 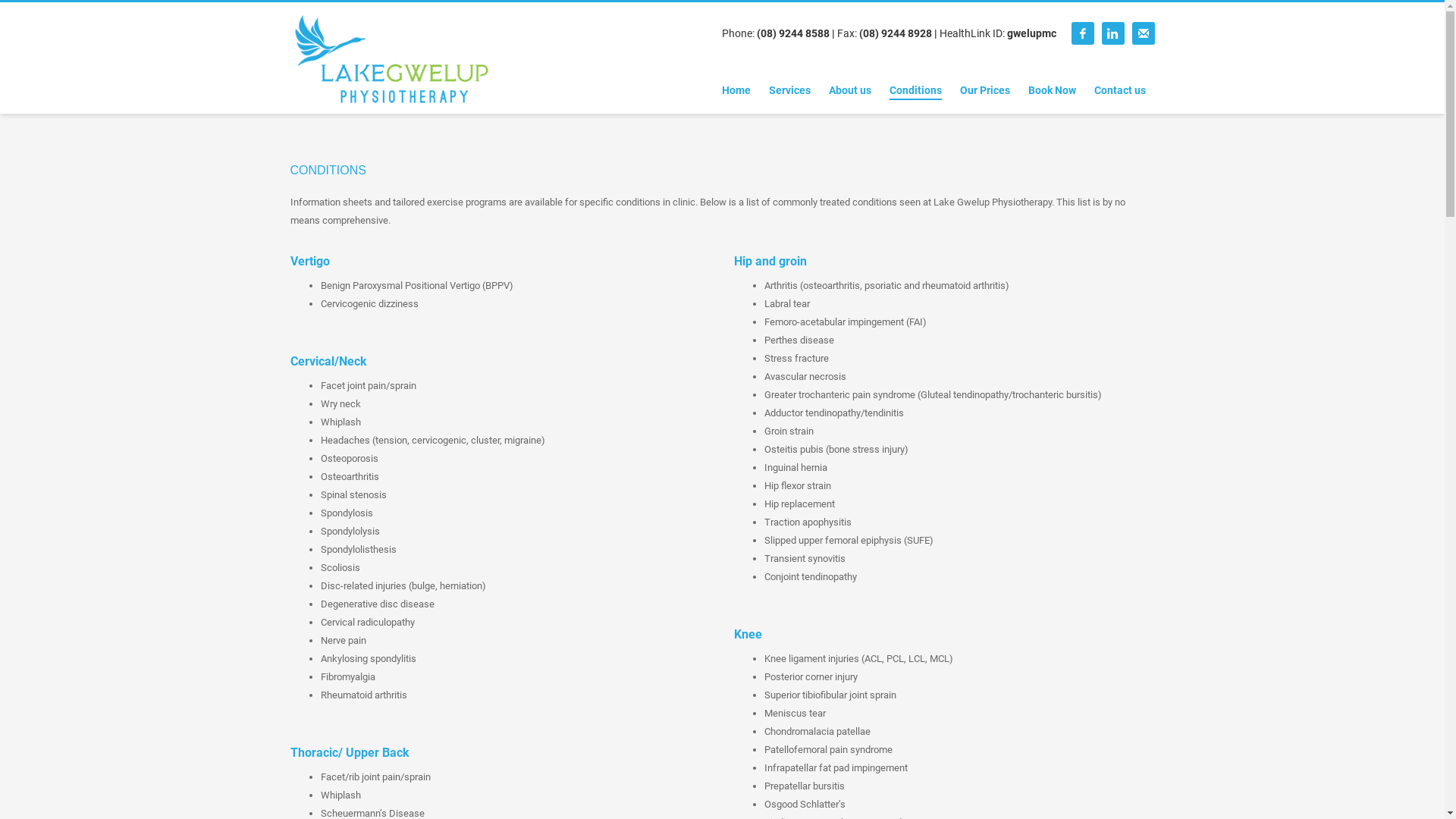 I want to click on 'Our Prices', so click(x=985, y=90).